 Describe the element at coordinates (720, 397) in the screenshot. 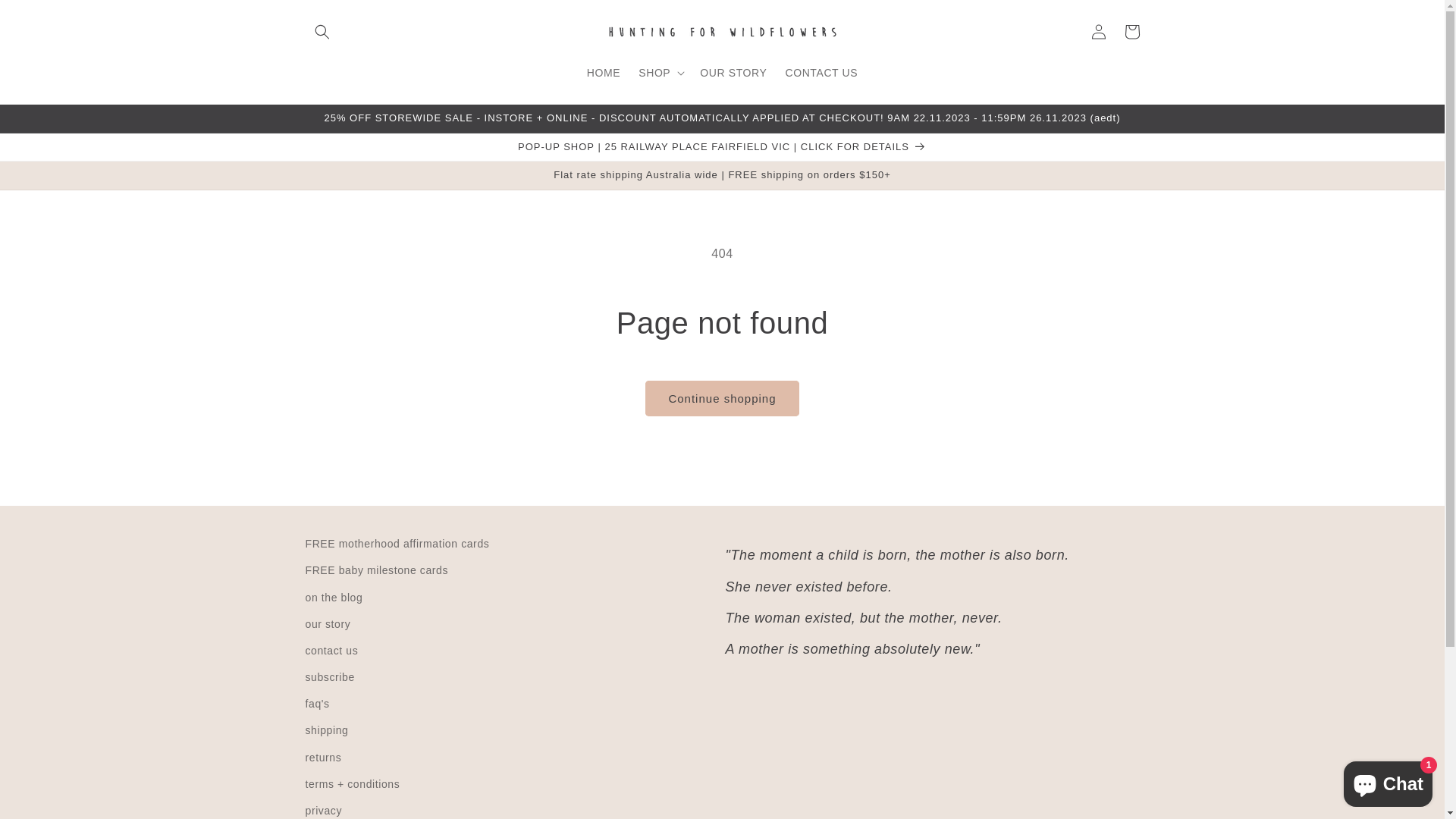

I see `'Continue shopping'` at that location.